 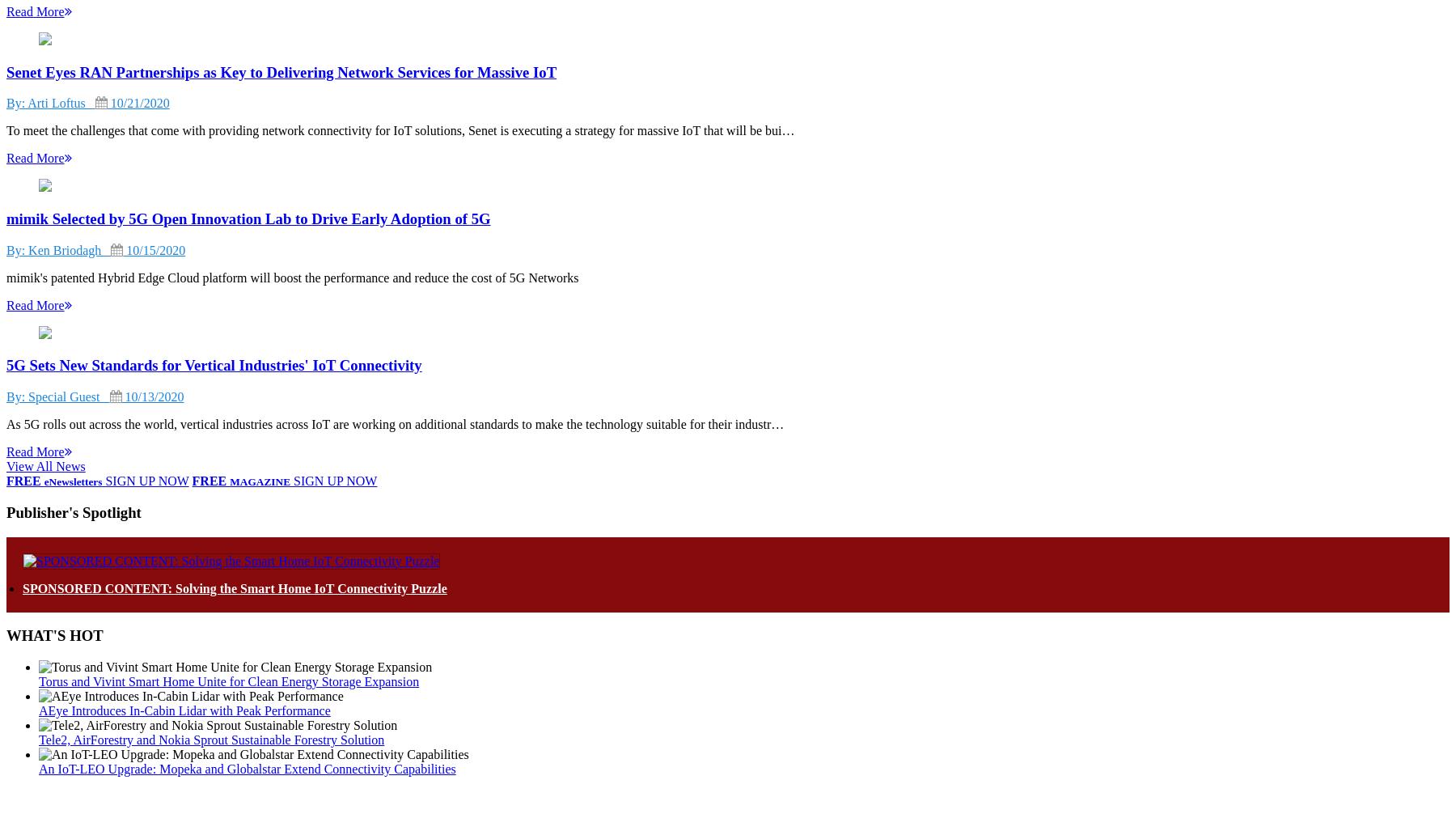 What do you see at coordinates (213, 364) in the screenshot?
I see `'5G Sets New Standards for Vertical Industries' IoT Connectivity'` at bounding box center [213, 364].